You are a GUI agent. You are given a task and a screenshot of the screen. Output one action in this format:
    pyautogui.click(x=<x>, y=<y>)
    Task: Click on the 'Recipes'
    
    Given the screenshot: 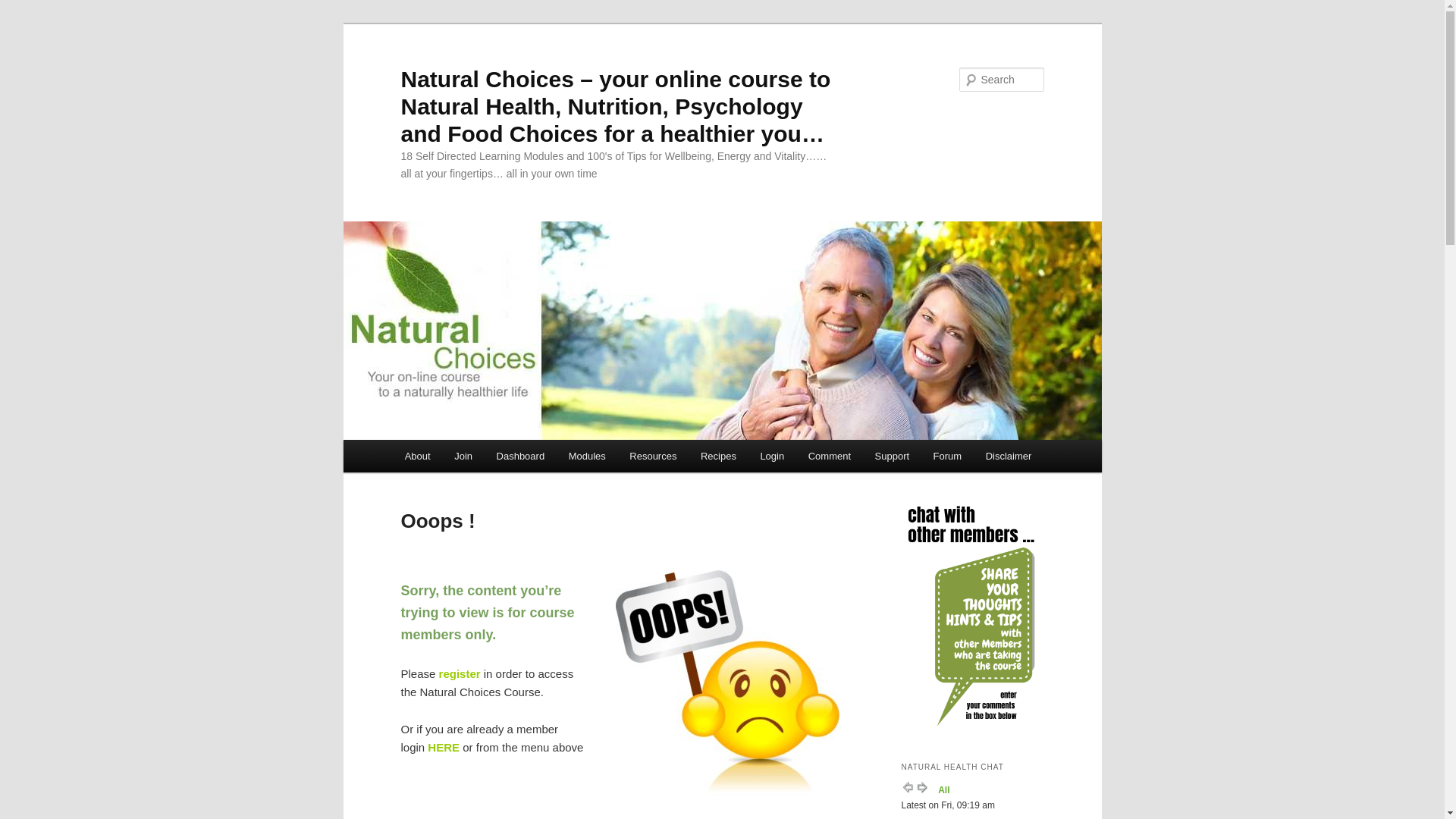 What is the action you would take?
    pyautogui.click(x=717, y=455)
    